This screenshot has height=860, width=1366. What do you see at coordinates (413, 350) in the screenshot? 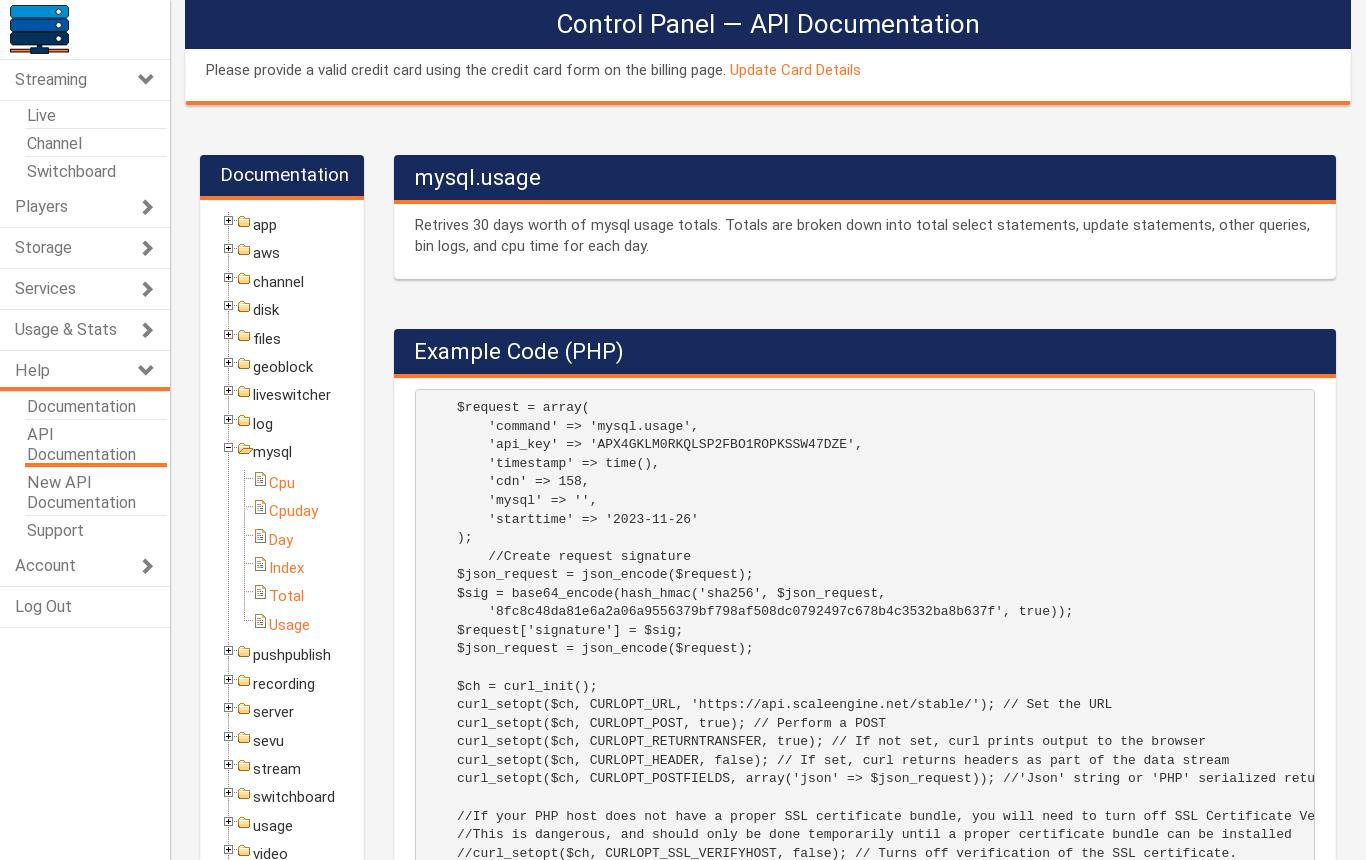
I see `'Example Code (PHP)'` at bounding box center [413, 350].